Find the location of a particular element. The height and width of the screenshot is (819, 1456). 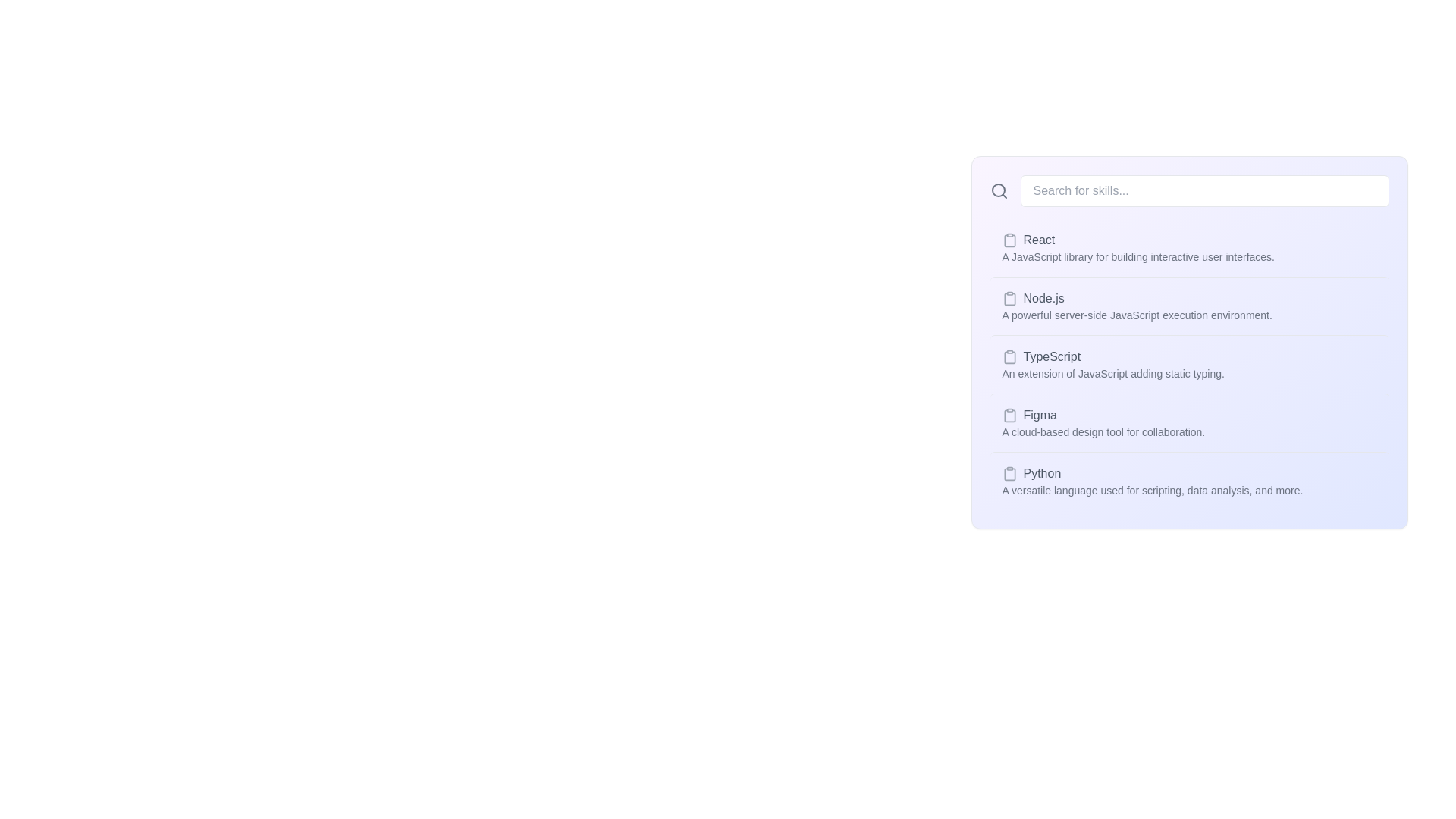

the 'Node.js' label element is located at coordinates (1137, 298).